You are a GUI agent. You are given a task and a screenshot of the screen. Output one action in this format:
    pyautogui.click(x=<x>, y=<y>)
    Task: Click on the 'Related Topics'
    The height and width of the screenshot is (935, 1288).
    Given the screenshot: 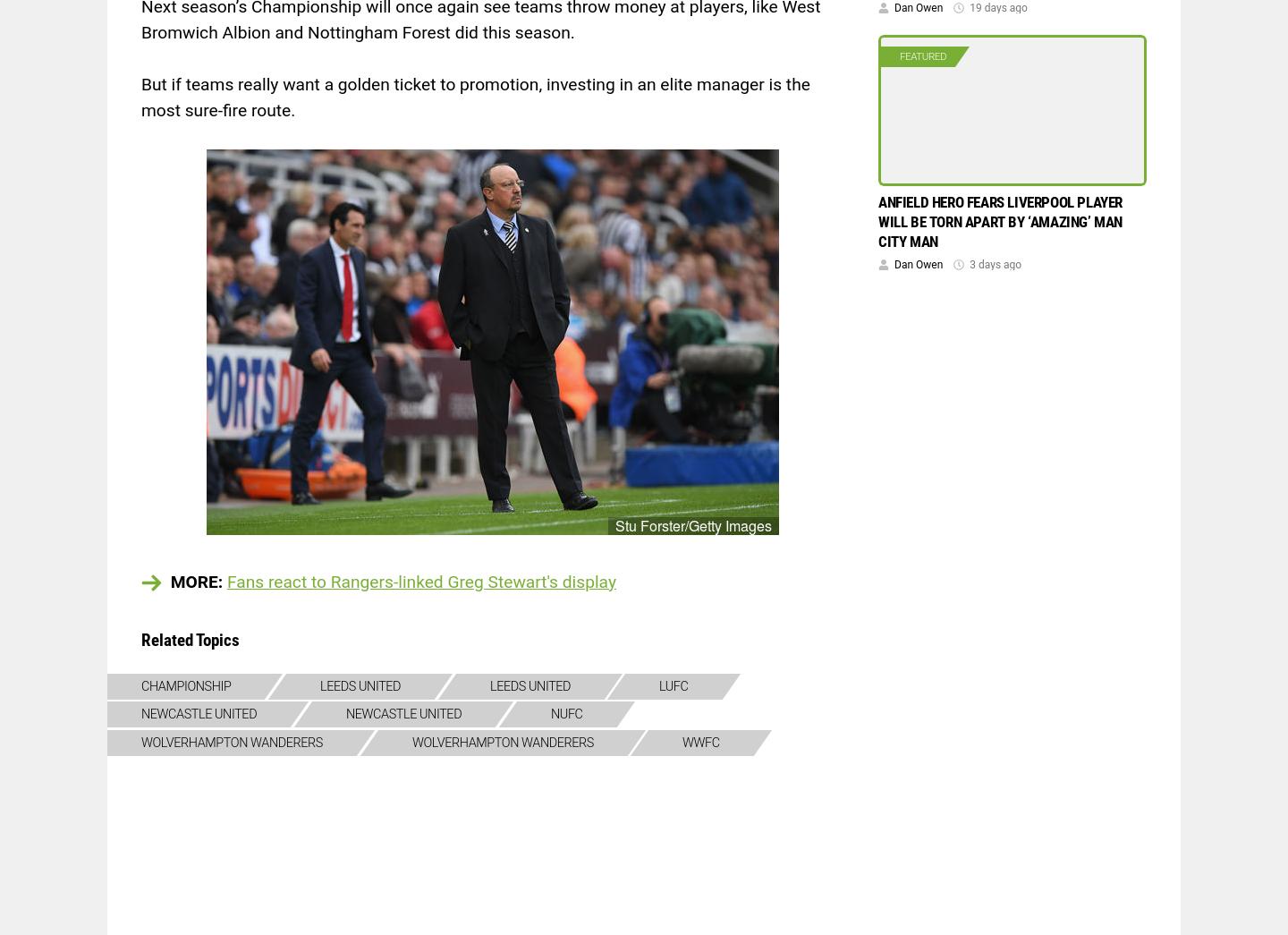 What is the action you would take?
    pyautogui.click(x=140, y=638)
    